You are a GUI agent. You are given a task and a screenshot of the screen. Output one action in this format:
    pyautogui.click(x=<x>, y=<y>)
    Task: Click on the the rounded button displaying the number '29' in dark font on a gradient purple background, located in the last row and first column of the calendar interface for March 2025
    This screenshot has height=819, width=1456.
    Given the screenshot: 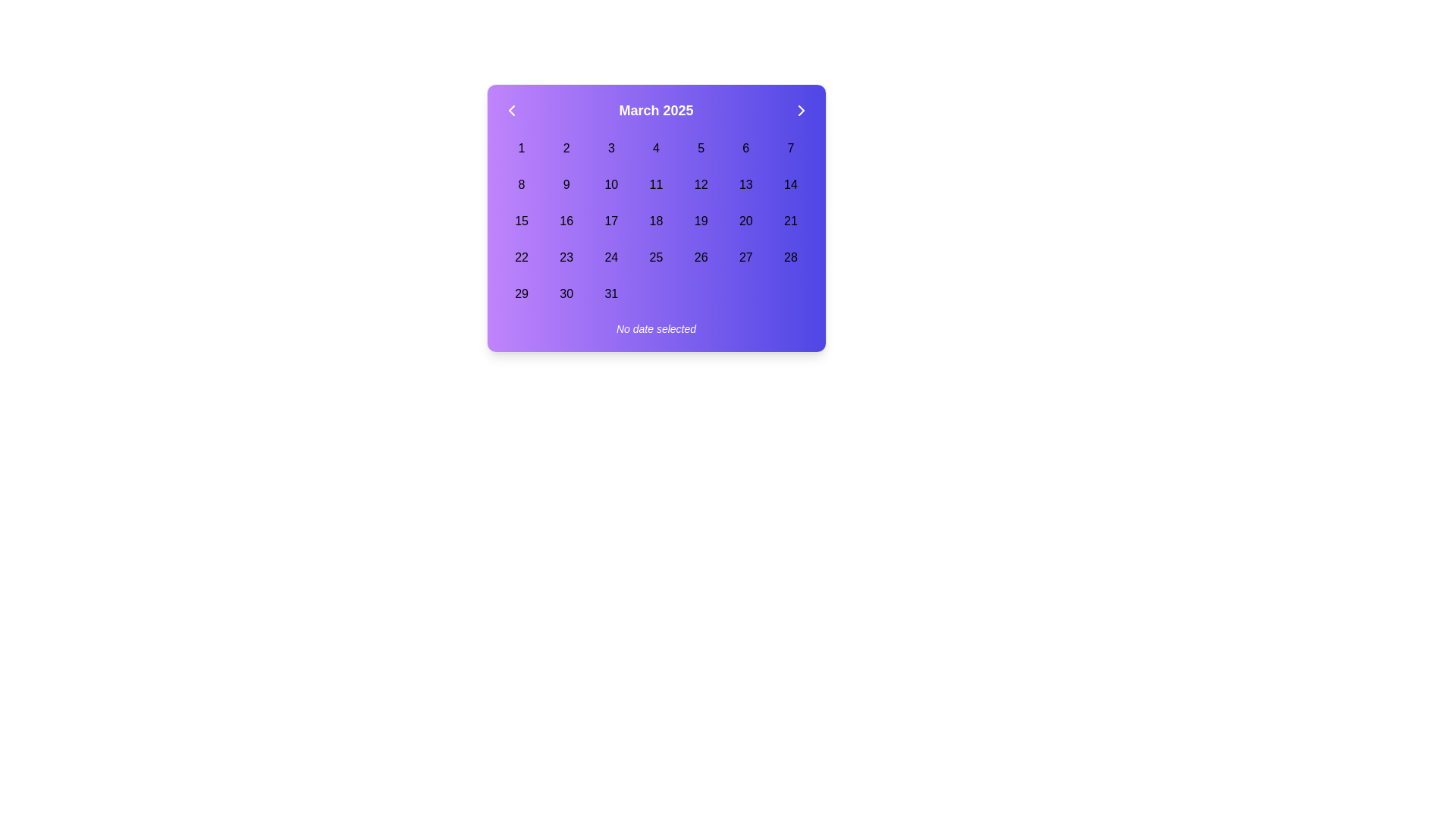 What is the action you would take?
    pyautogui.click(x=522, y=294)
    